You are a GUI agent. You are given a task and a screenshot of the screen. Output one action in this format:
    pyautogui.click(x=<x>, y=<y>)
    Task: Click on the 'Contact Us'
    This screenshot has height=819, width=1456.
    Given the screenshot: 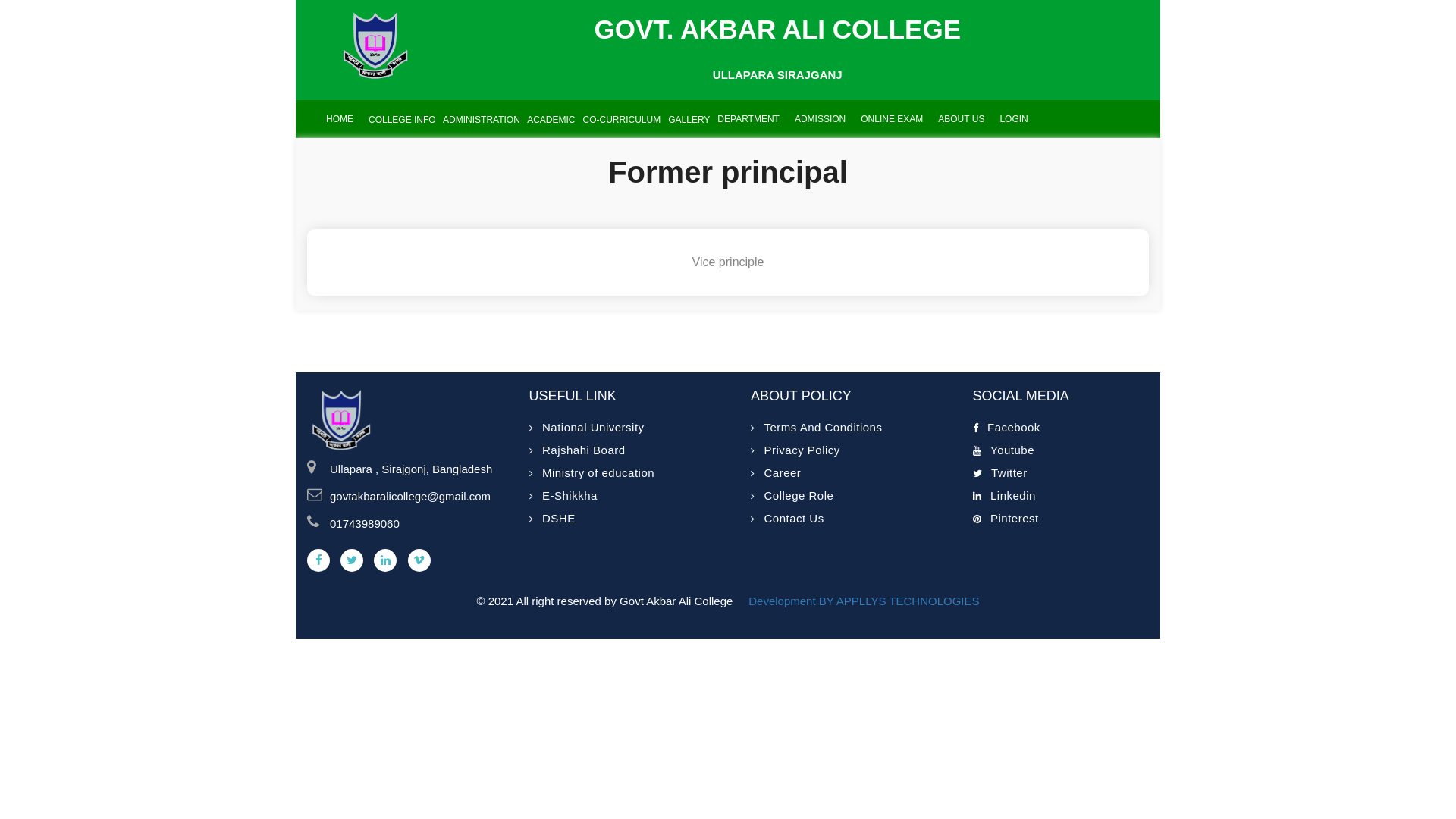 What is the action you would take?
    pyautogui.click(x=787, y=517)
    